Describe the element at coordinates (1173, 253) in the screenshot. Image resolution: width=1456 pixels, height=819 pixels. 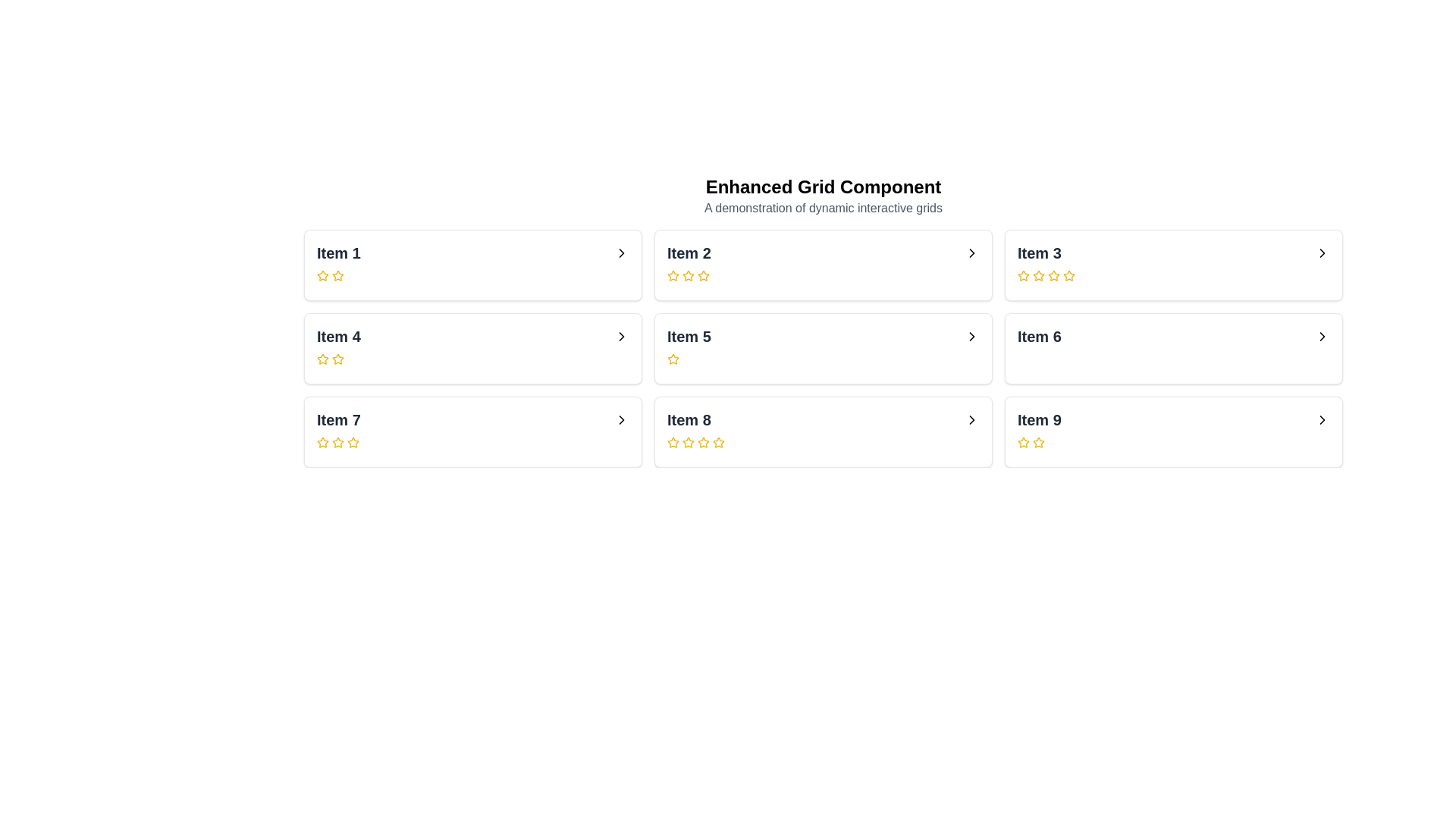
I see `the Layout Item with Interactive Components located in the top-right corner of the grid layout` at that location.